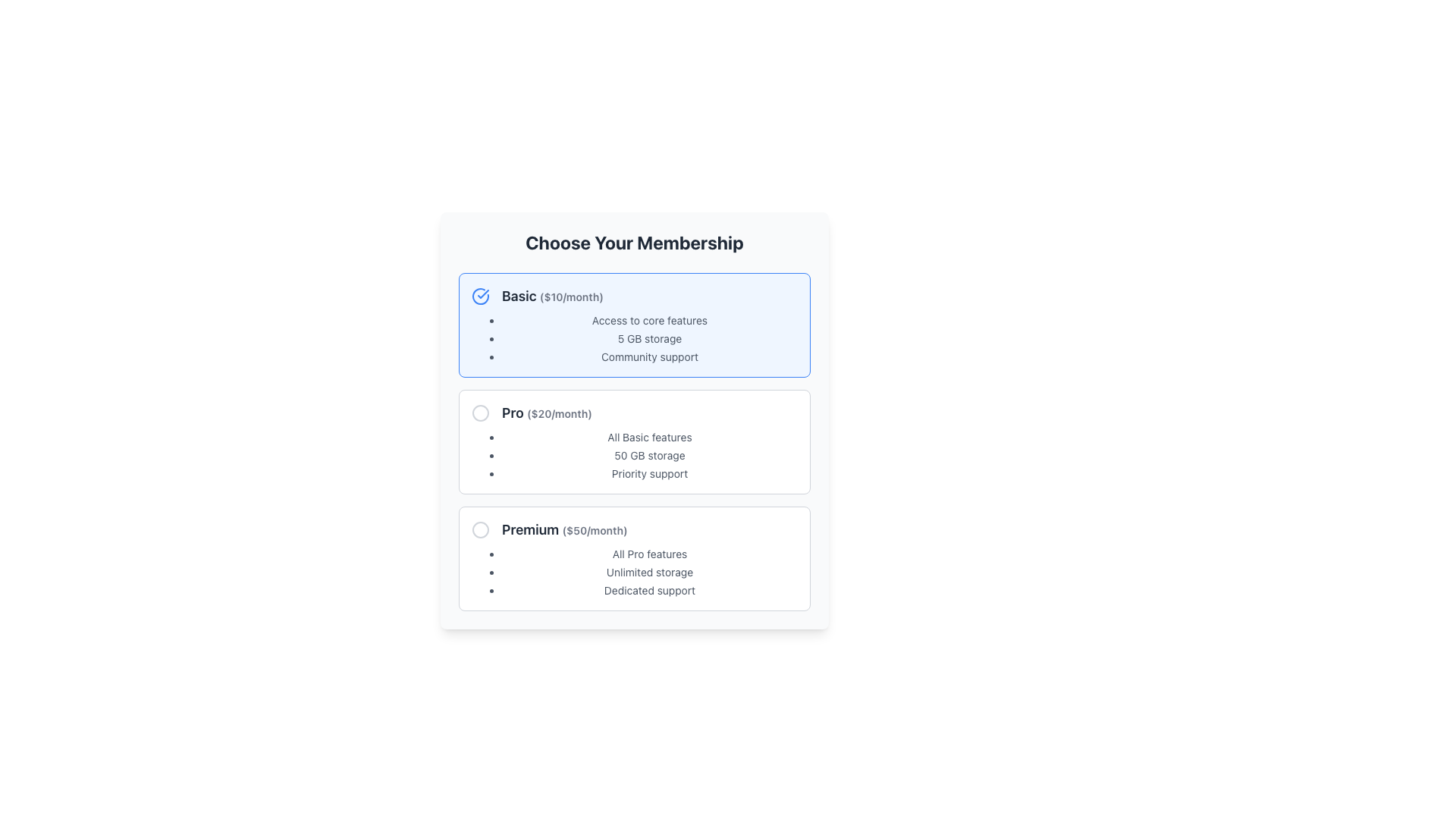  Describe the element at coordinates (650, 573) in the screenshot. I see `the 'Unlimited storage' text label, which is the second item in the three-point bulleted list of the 'Premium ($50/month)' feature description panel` at that location.